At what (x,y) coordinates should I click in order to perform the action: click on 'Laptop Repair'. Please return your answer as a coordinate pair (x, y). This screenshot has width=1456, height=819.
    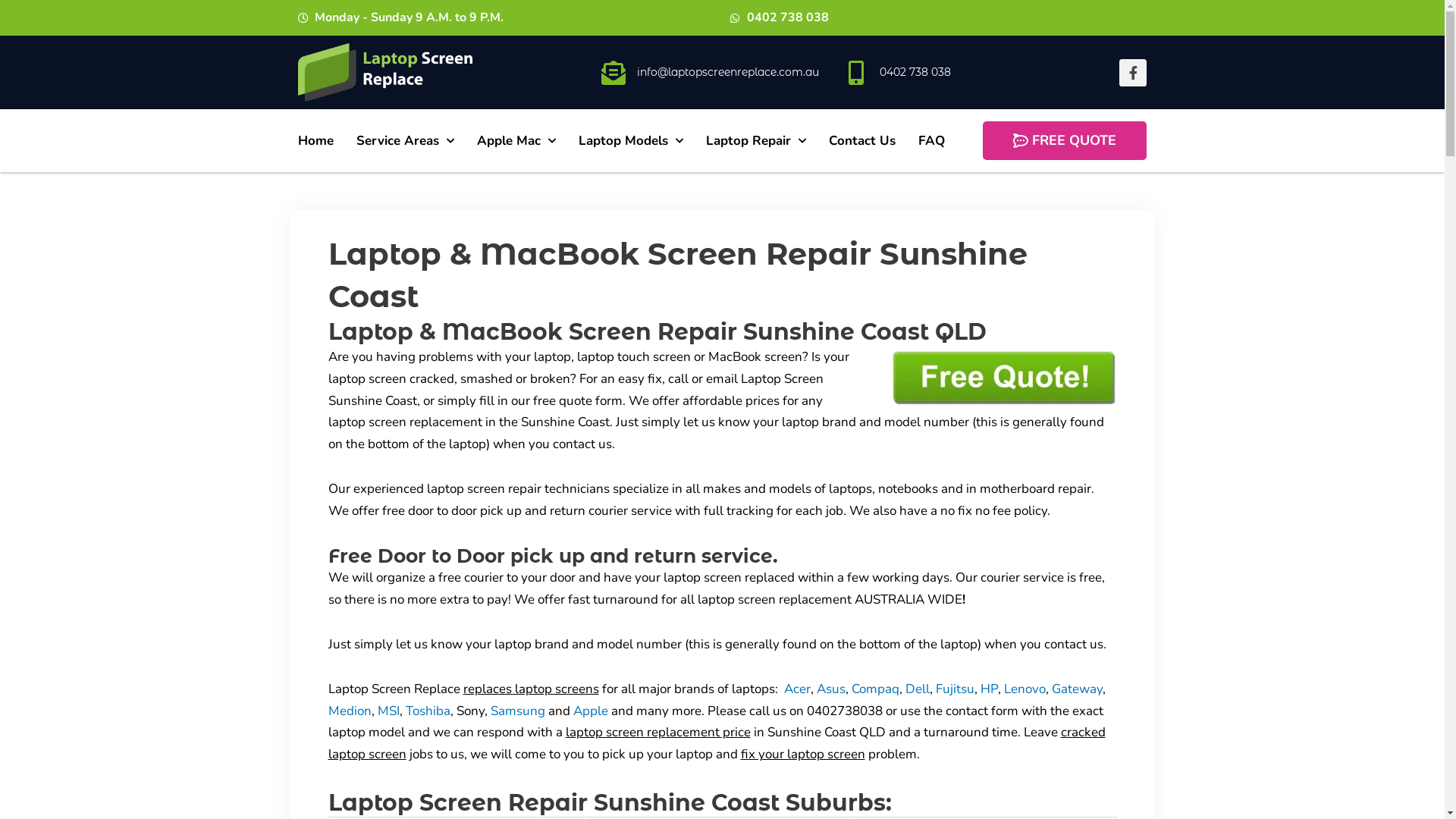
    Looking at the image, I should click on (704, 140).